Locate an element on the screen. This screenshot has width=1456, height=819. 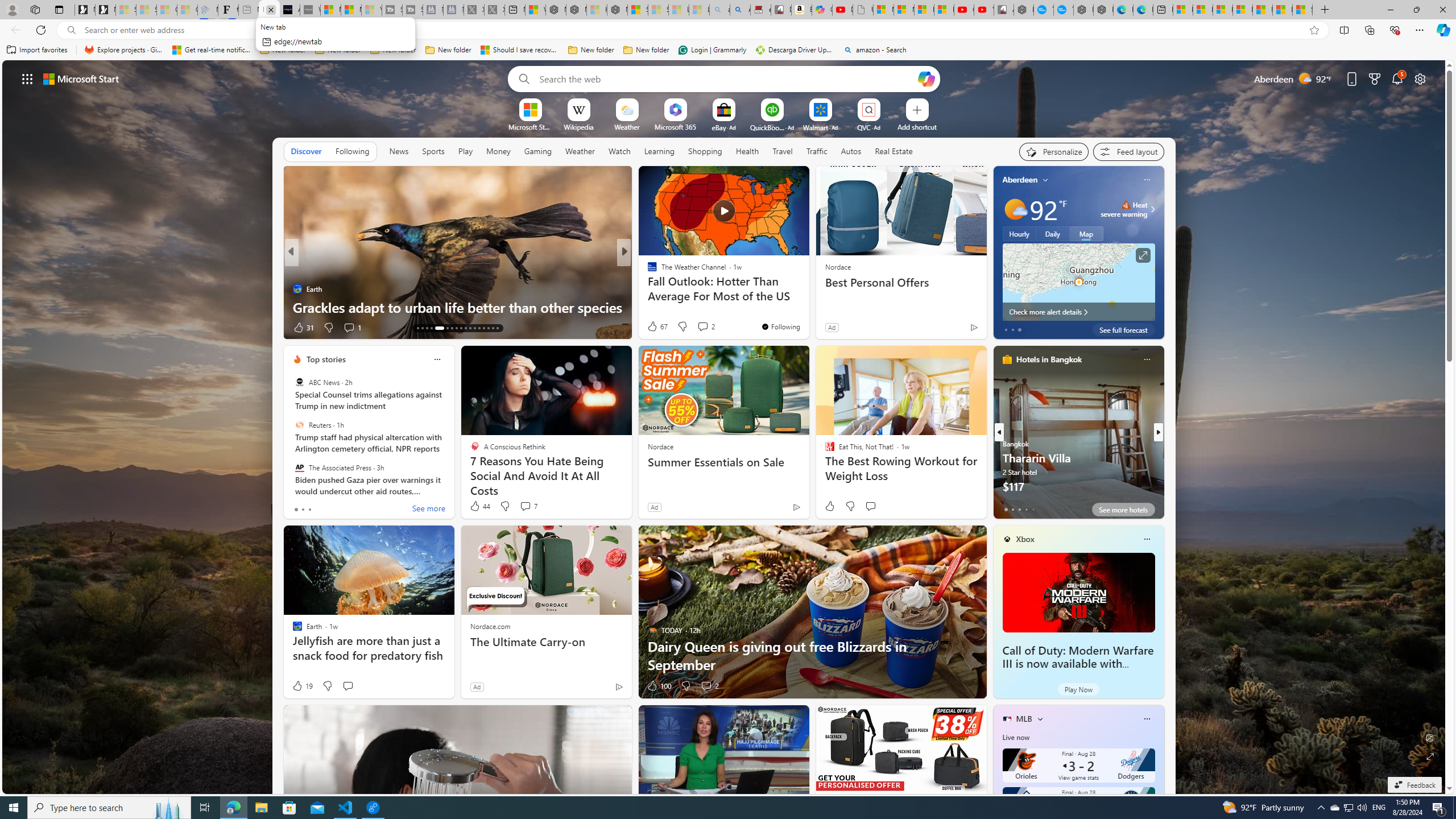
'Microsoft Start Sports' is located at coordinates (529, 126).